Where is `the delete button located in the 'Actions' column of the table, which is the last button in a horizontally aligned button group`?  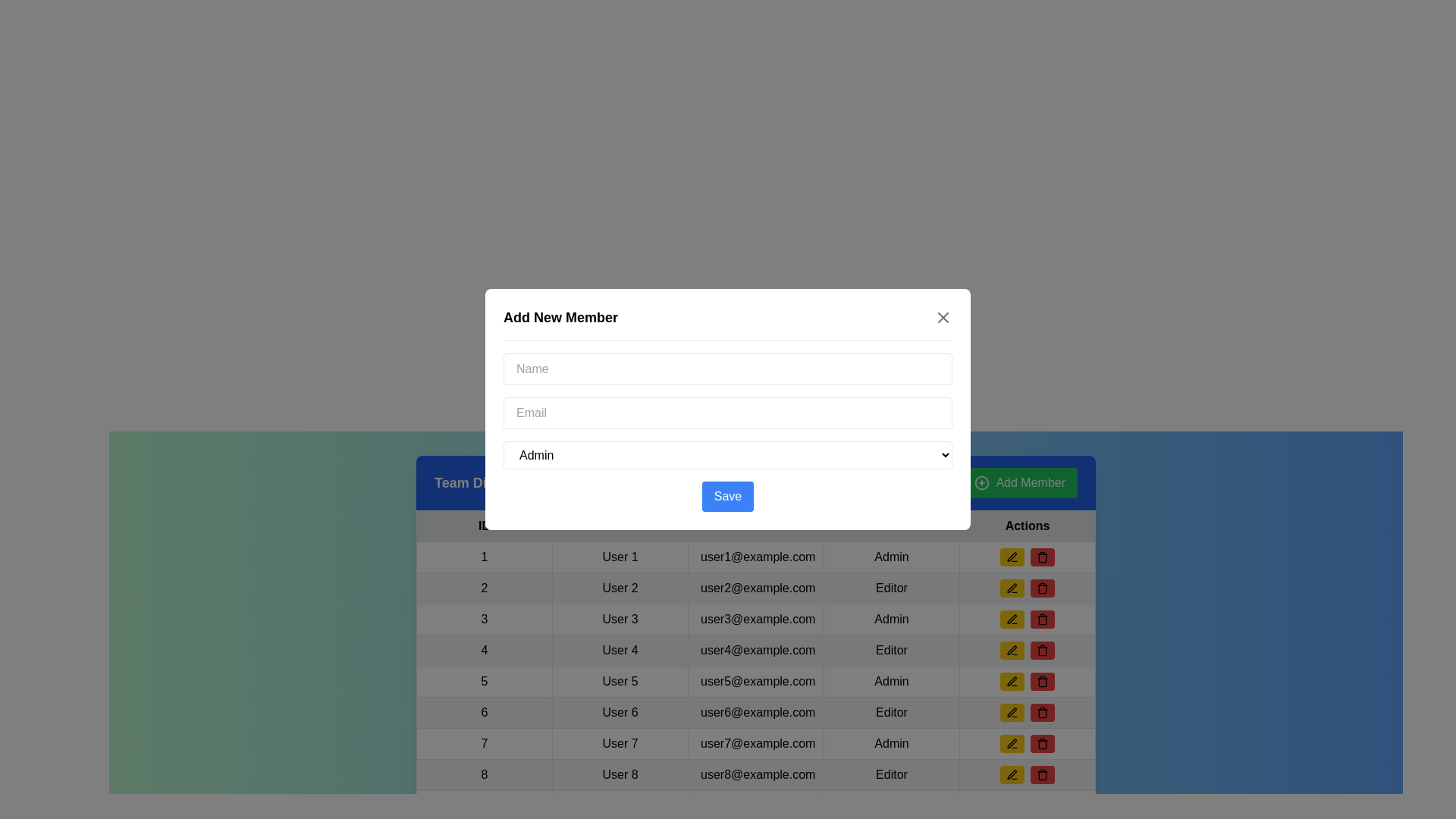 the delete button located in the 'Actions' column of the table, which is the last button in a horizontally aligned button group is located at coordinates (1041, 742).